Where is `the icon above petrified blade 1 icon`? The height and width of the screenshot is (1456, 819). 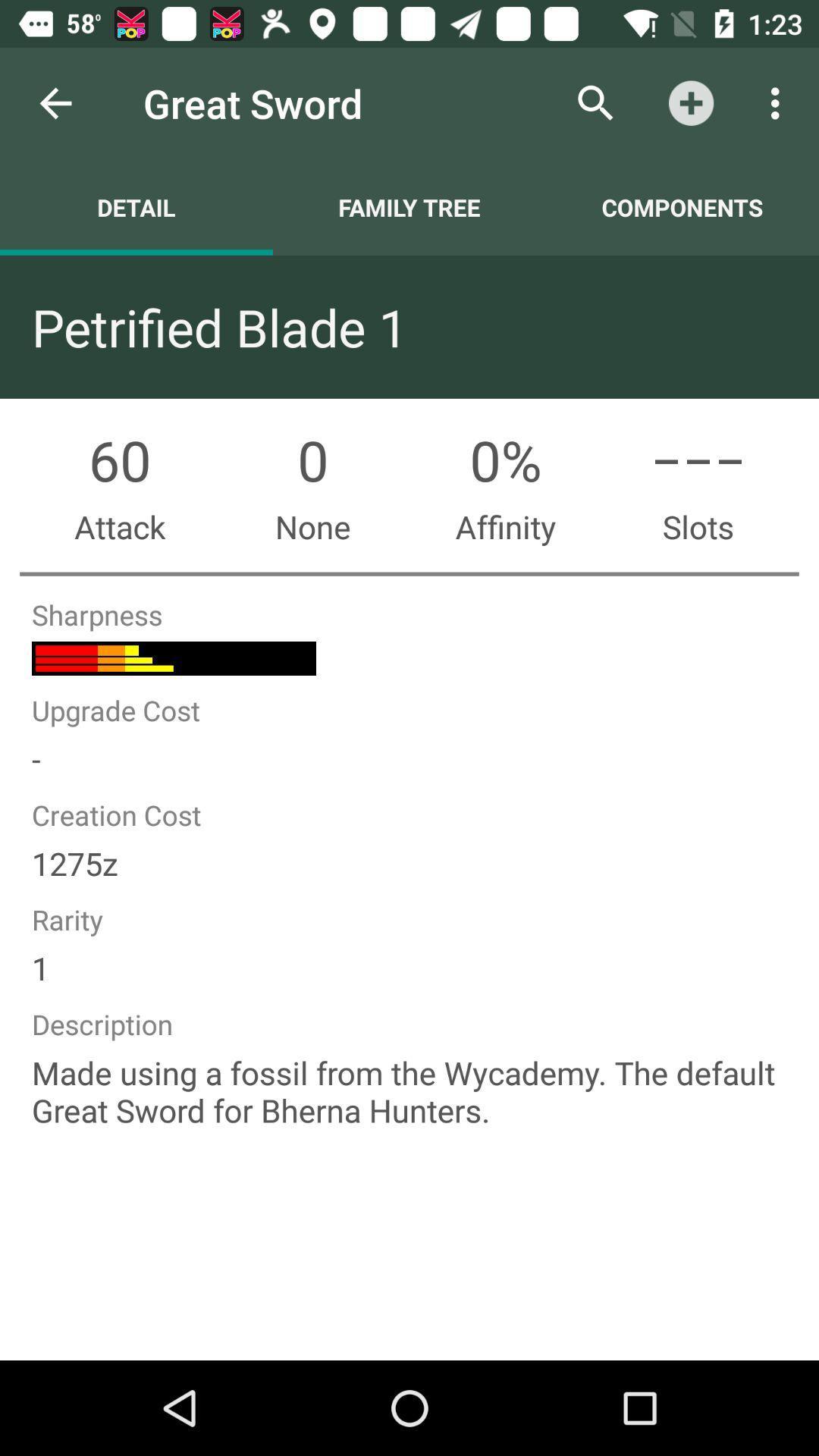
the icon above petrified blade 1 icon is located at coordinates (409, 206).